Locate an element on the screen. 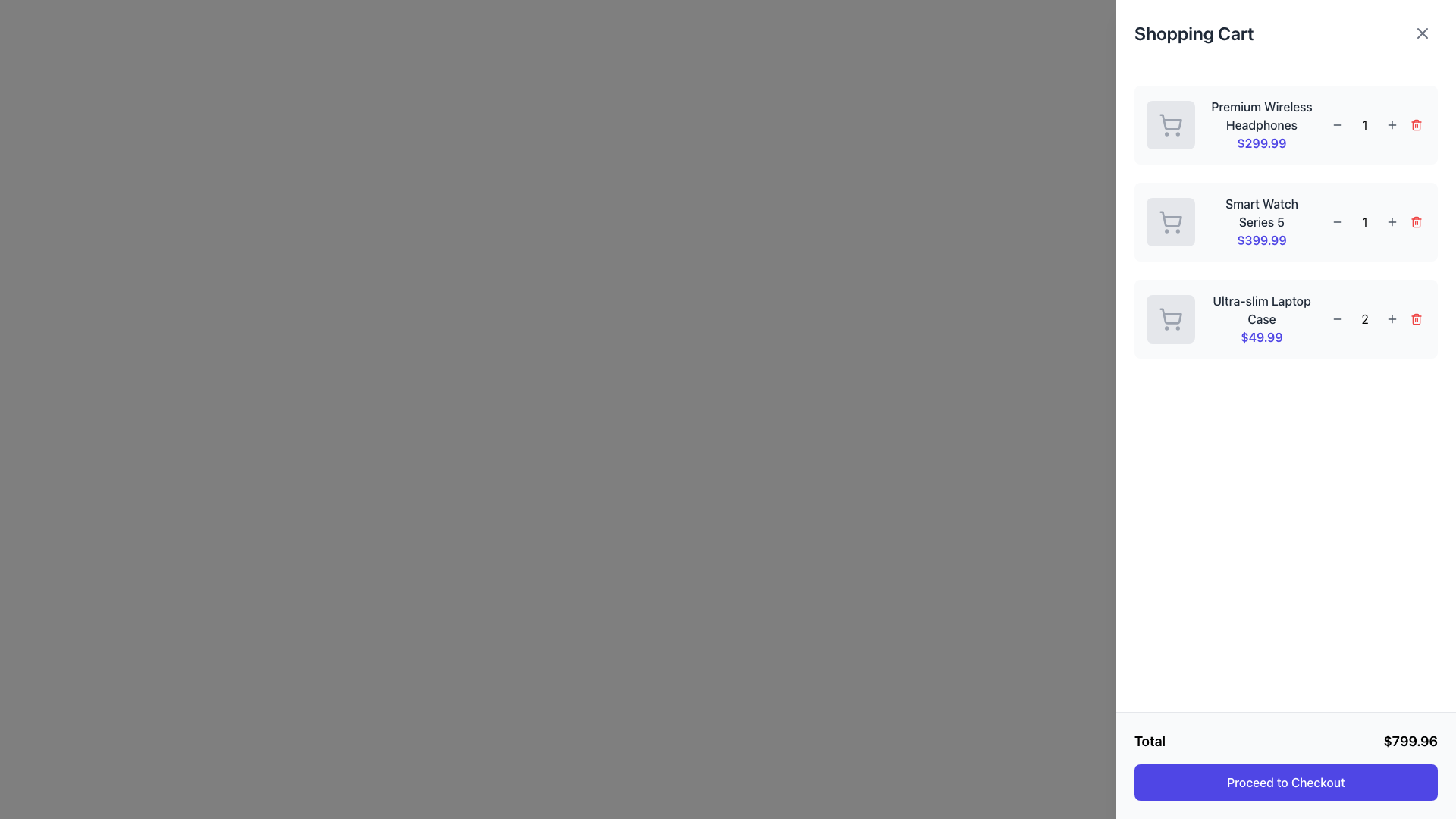 The height and width of the screenshot is (819, 1456). the small circular decrement button with a horizontal bar icon located in the 'Smart Watch Series 5' product section of the shopping cart interface to decrement the quantity is located at coordinates (1337, 222).